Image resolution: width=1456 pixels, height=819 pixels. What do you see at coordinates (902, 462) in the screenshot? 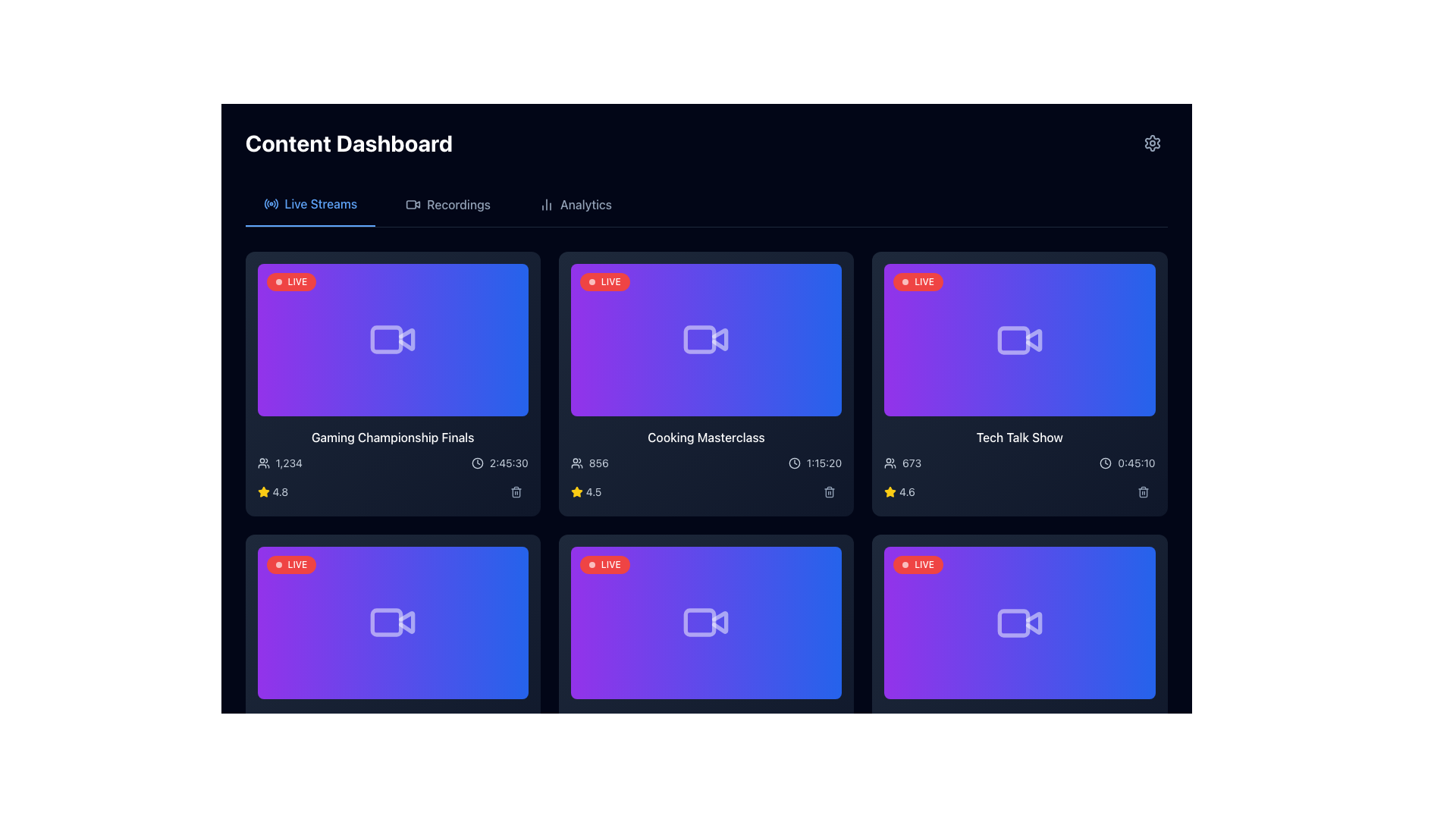
I see `the Text-Icon Pair that displays the number of viewers for the 'Tech Talk Show', located in the top-right quadrant of the UI, to the left of the time indicator` at bounding box center [902, 462].